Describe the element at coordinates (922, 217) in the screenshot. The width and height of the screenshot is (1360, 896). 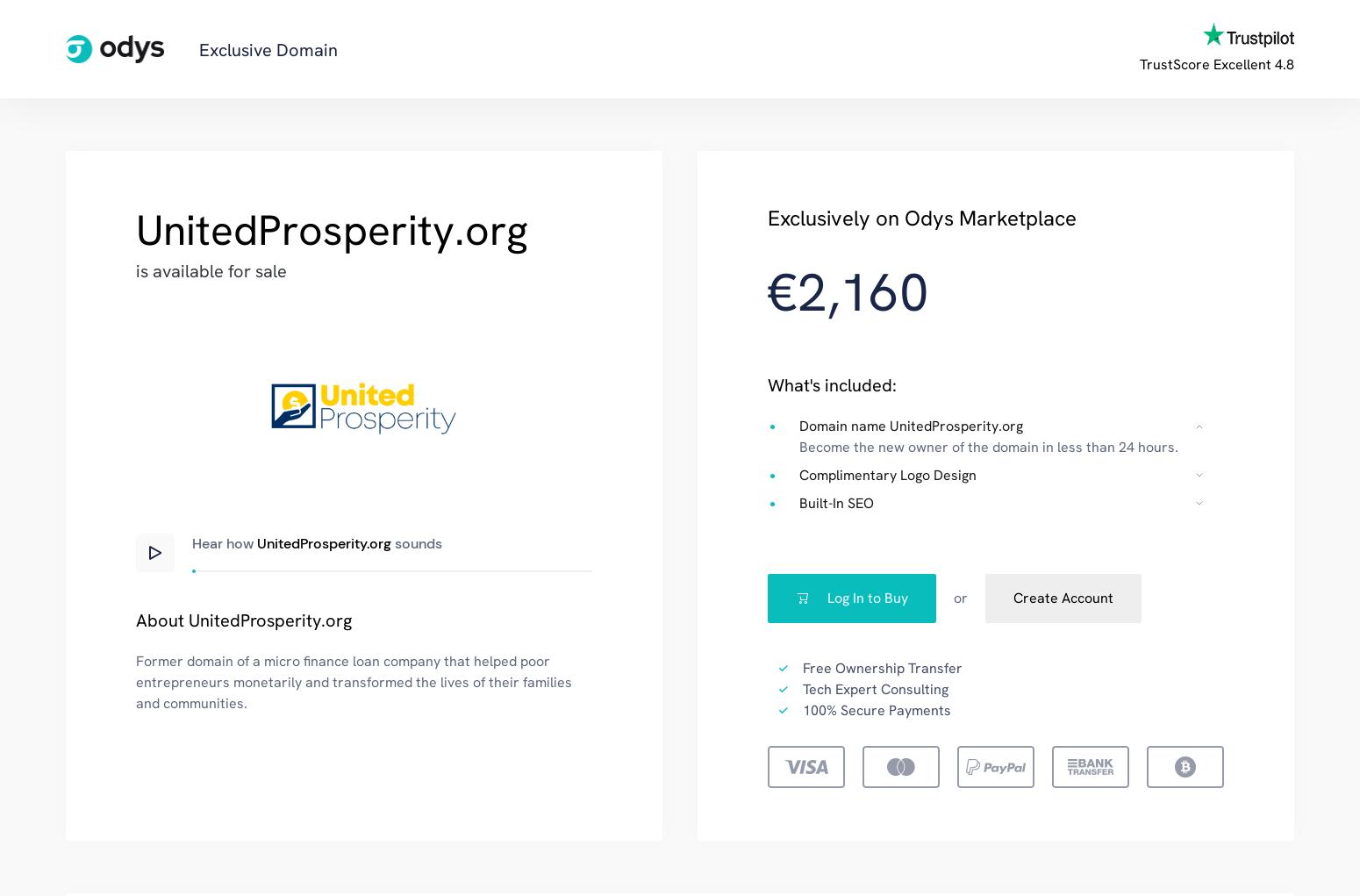
I see `'Exclusively on Odys Marketplace'` at that location.